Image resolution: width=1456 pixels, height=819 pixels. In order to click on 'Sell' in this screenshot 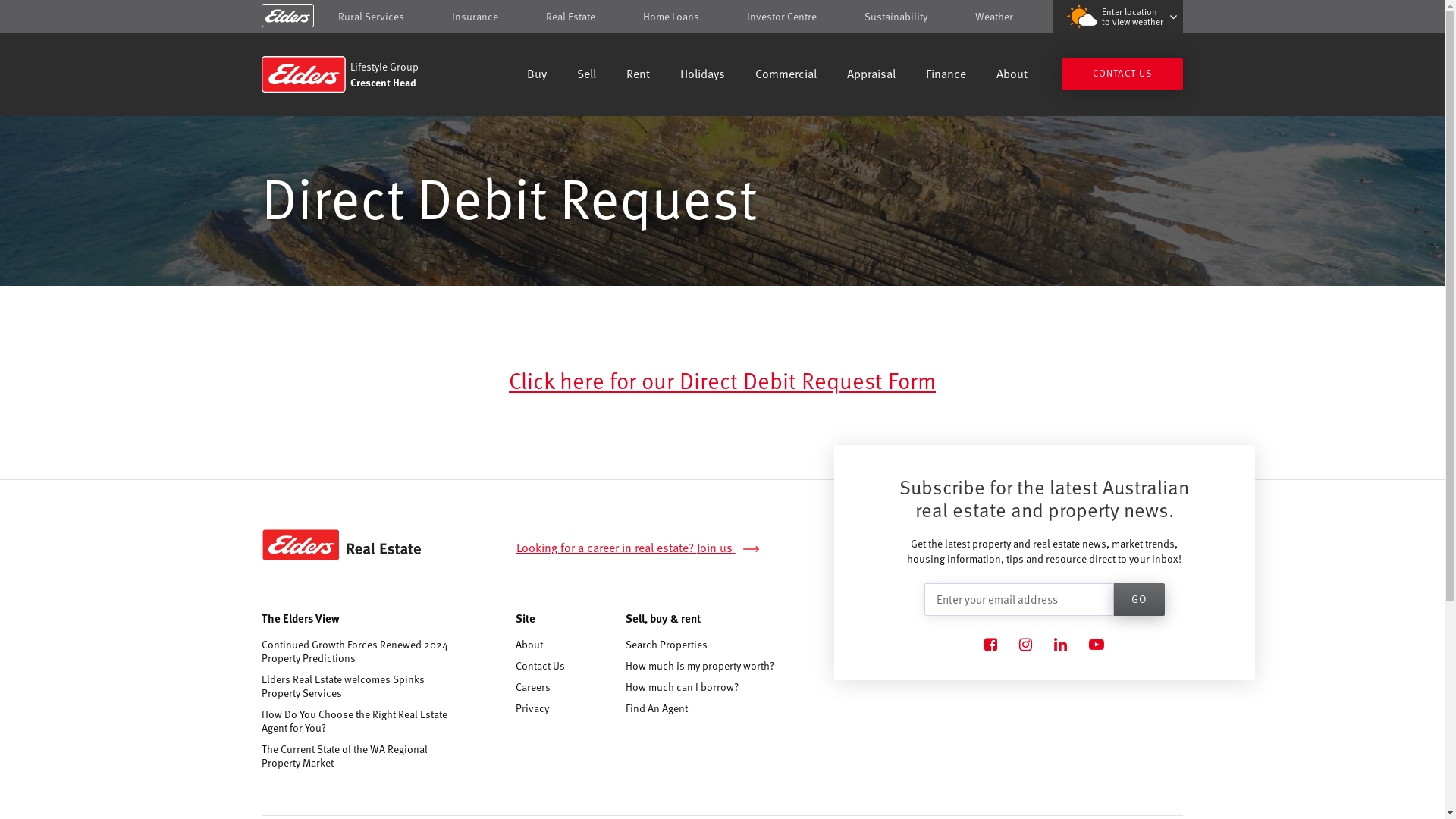, I will do `click(576, 75)`.